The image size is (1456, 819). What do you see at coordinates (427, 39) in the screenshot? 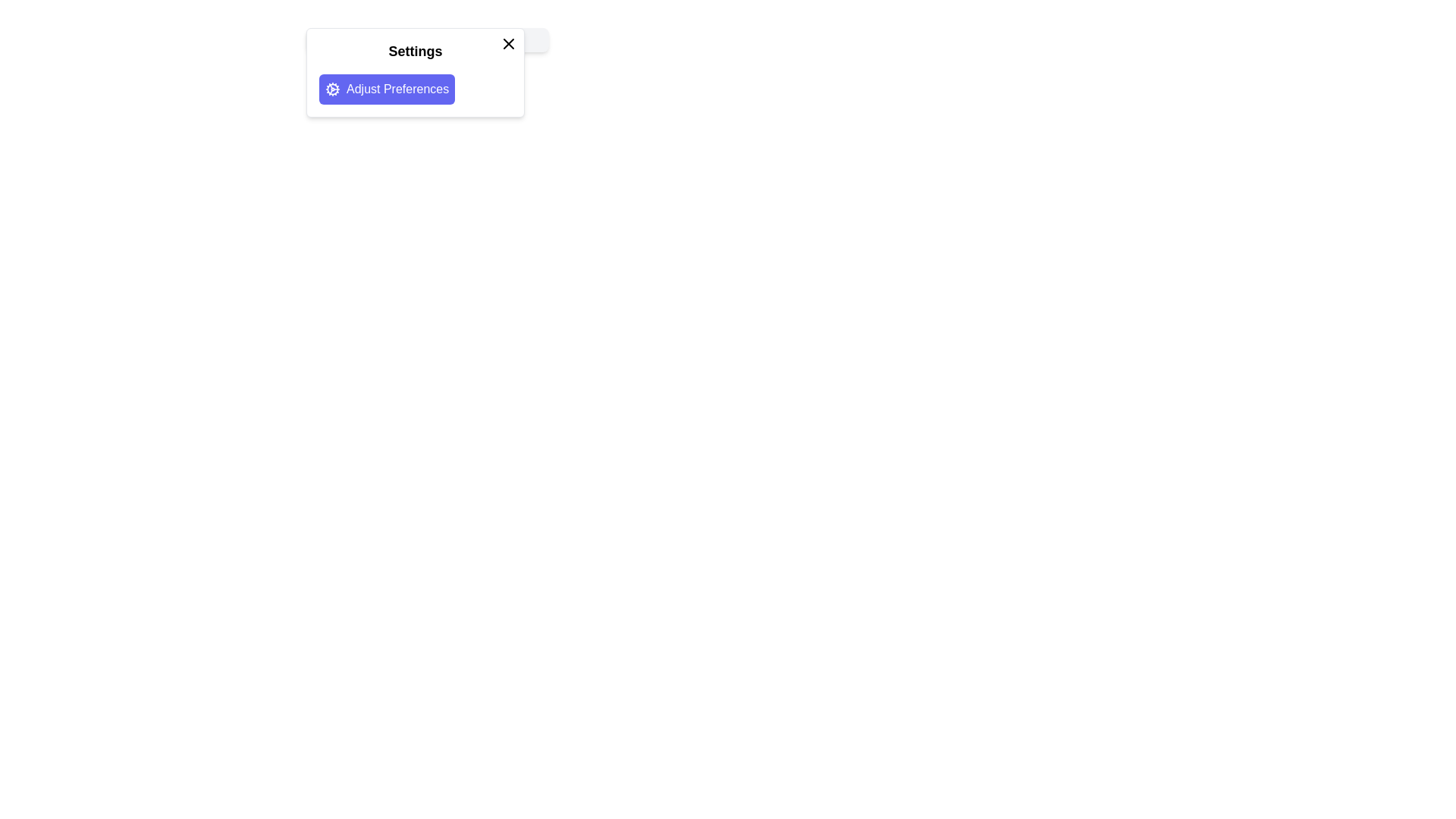
I see `the 'Settings' title text in the modal, which serves as the header indicating the modal's purpose` at bounding box center [427, 39].